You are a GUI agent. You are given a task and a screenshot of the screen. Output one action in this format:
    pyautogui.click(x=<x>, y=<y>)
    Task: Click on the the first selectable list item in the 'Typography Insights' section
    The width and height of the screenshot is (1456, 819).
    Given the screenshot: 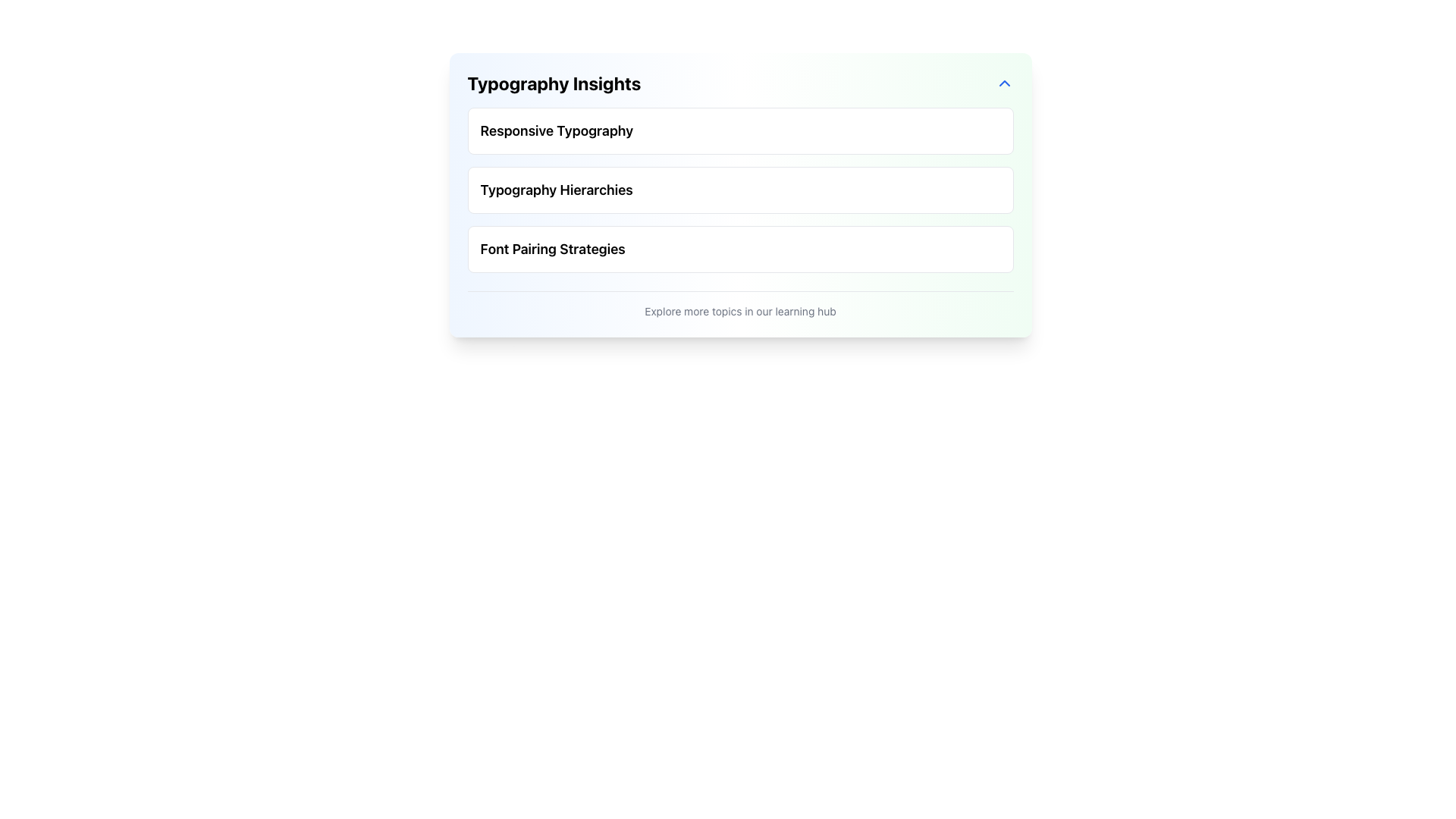 What is the action you would take?
    pyautogui.click(x=740, y=130)
    